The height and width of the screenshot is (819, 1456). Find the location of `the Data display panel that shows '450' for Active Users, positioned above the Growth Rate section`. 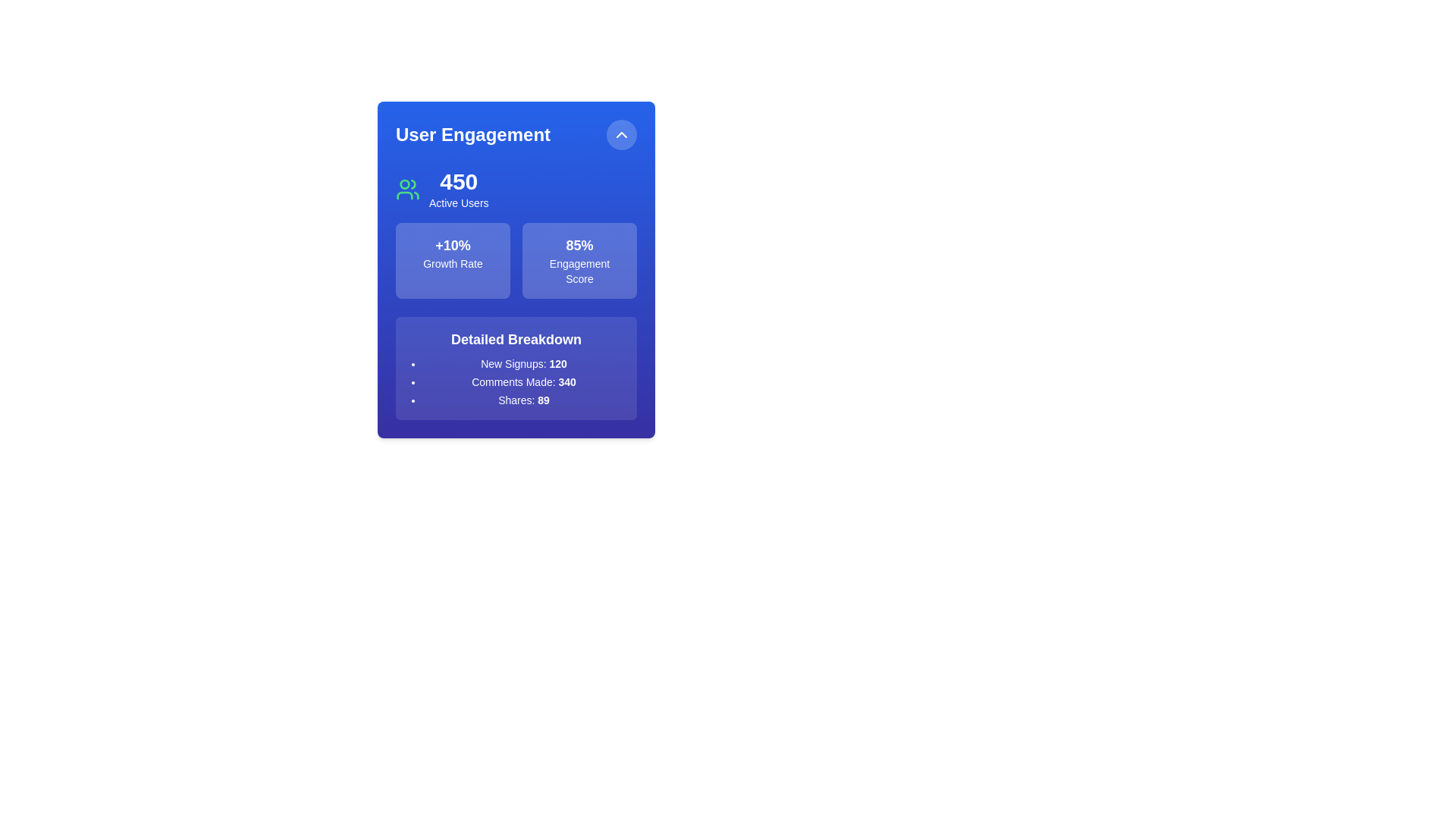

the Data display panel that shows '450' for Active Users, positioned above the Growth Rate section is located at coordinates (516, 189).